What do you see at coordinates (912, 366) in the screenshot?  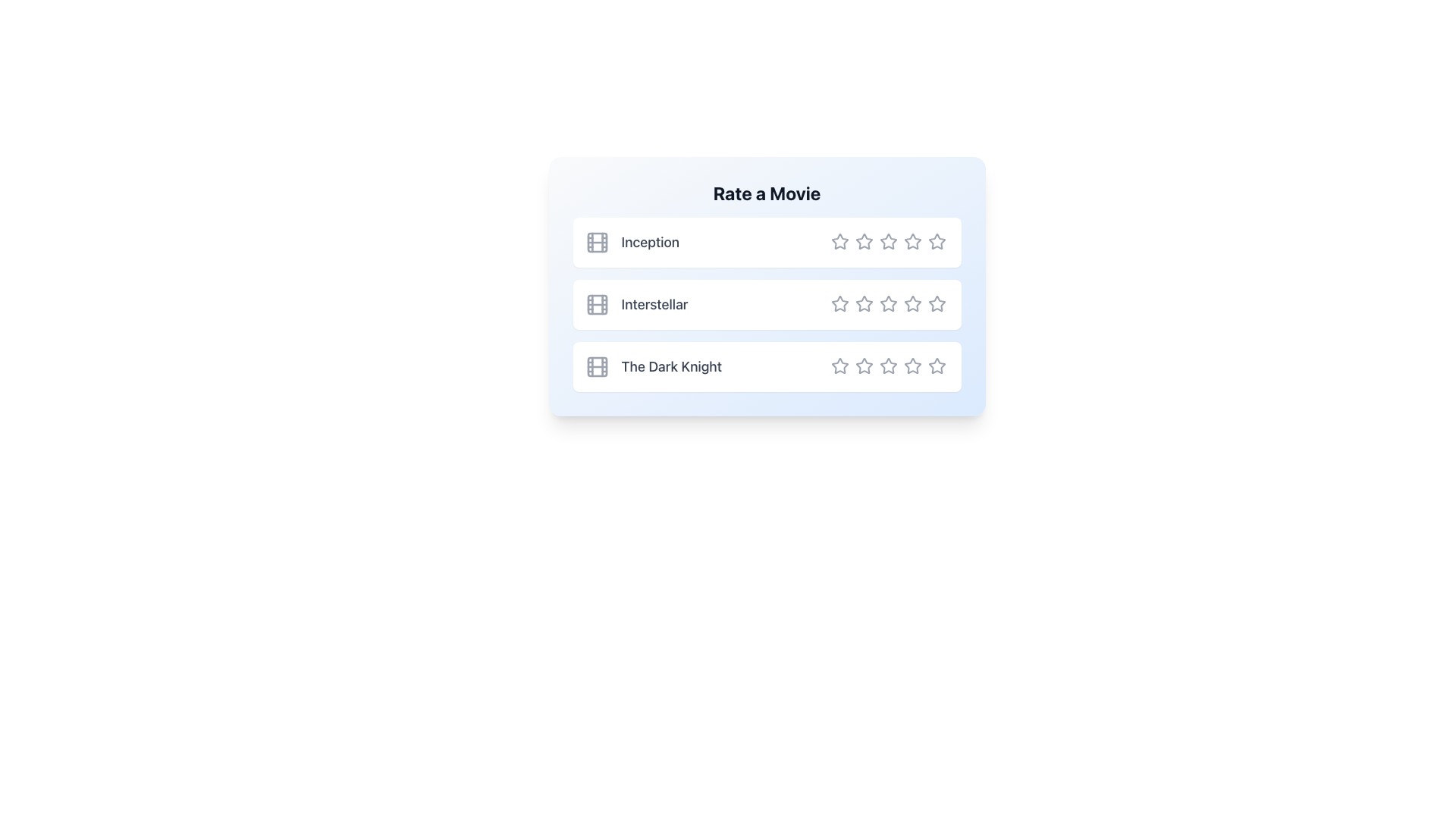 I see `the last interactive star icon in the fifth column of the rating system for 'The Dark Knight'` at bounding box center [912, 366].